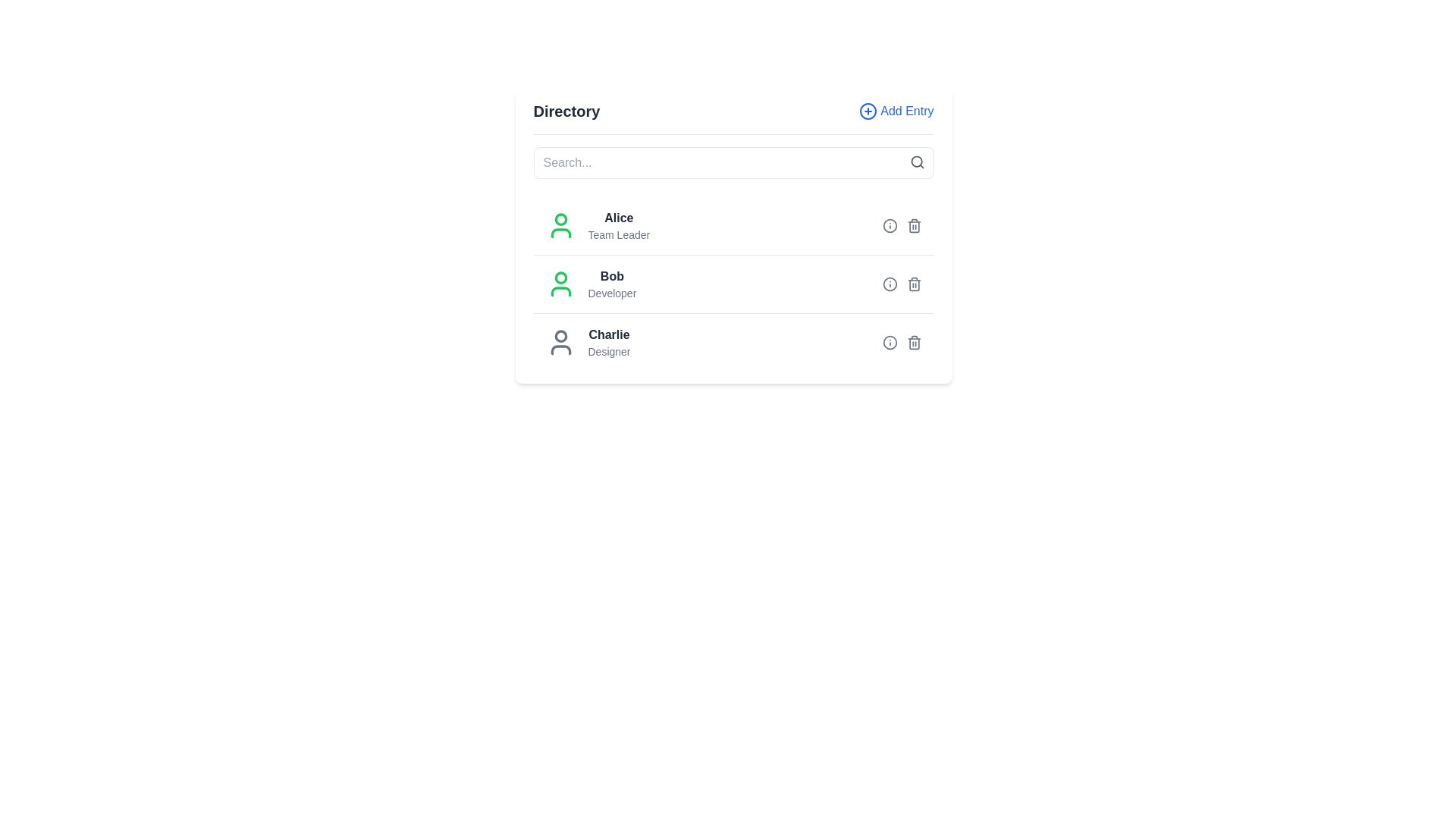 This screenshot has height=819, width=1456. Describe the element at coordinates (560, 342) in the screenshot. I see `the user profile icon, which is a circular design featuring a gray figure representing a person's head and shoulders, located to the left of the text 'Charlie' and 'Designer'` at that location.